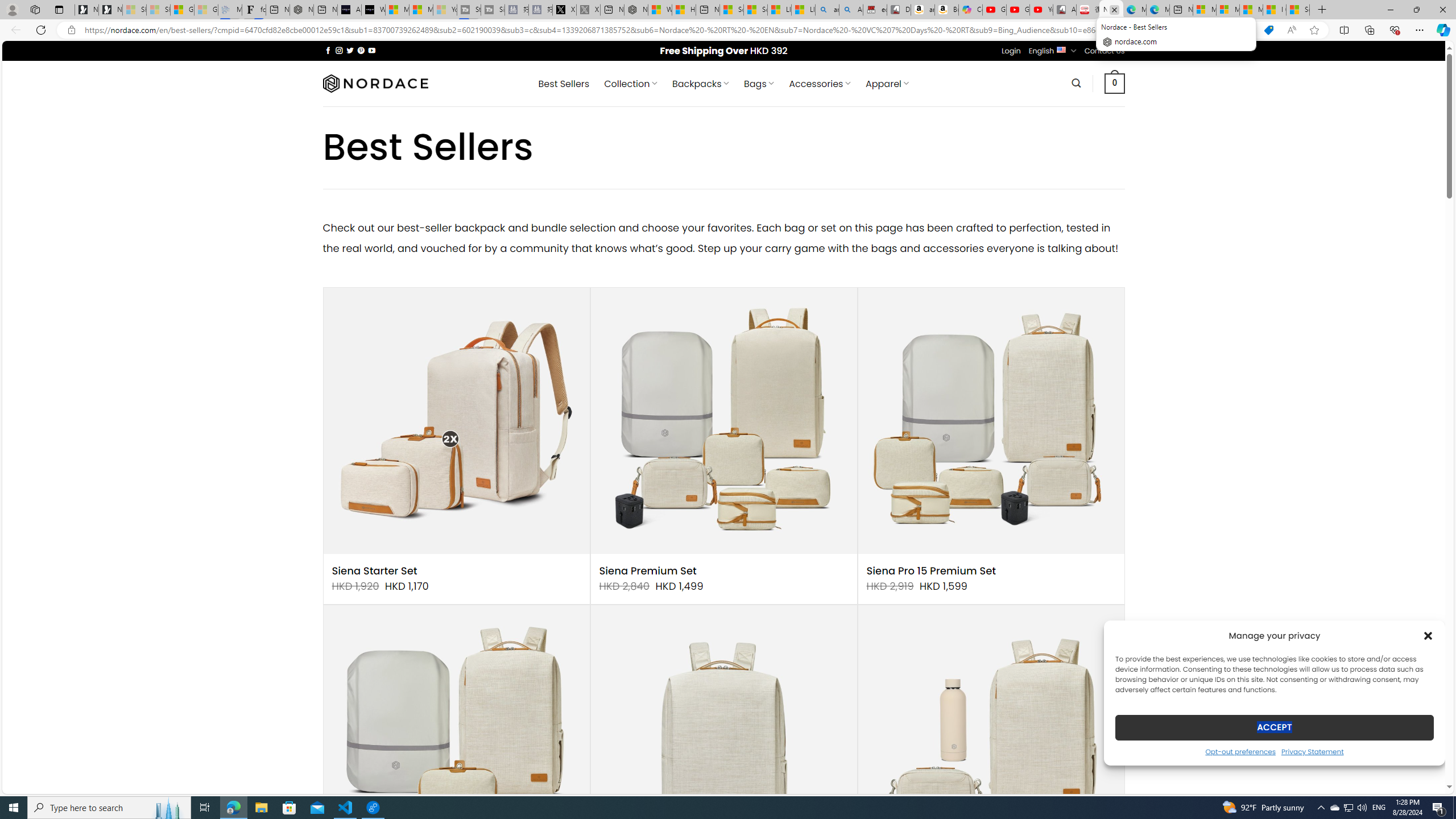  I want to click on 'Opt-out preferences', so click(1240, 751).